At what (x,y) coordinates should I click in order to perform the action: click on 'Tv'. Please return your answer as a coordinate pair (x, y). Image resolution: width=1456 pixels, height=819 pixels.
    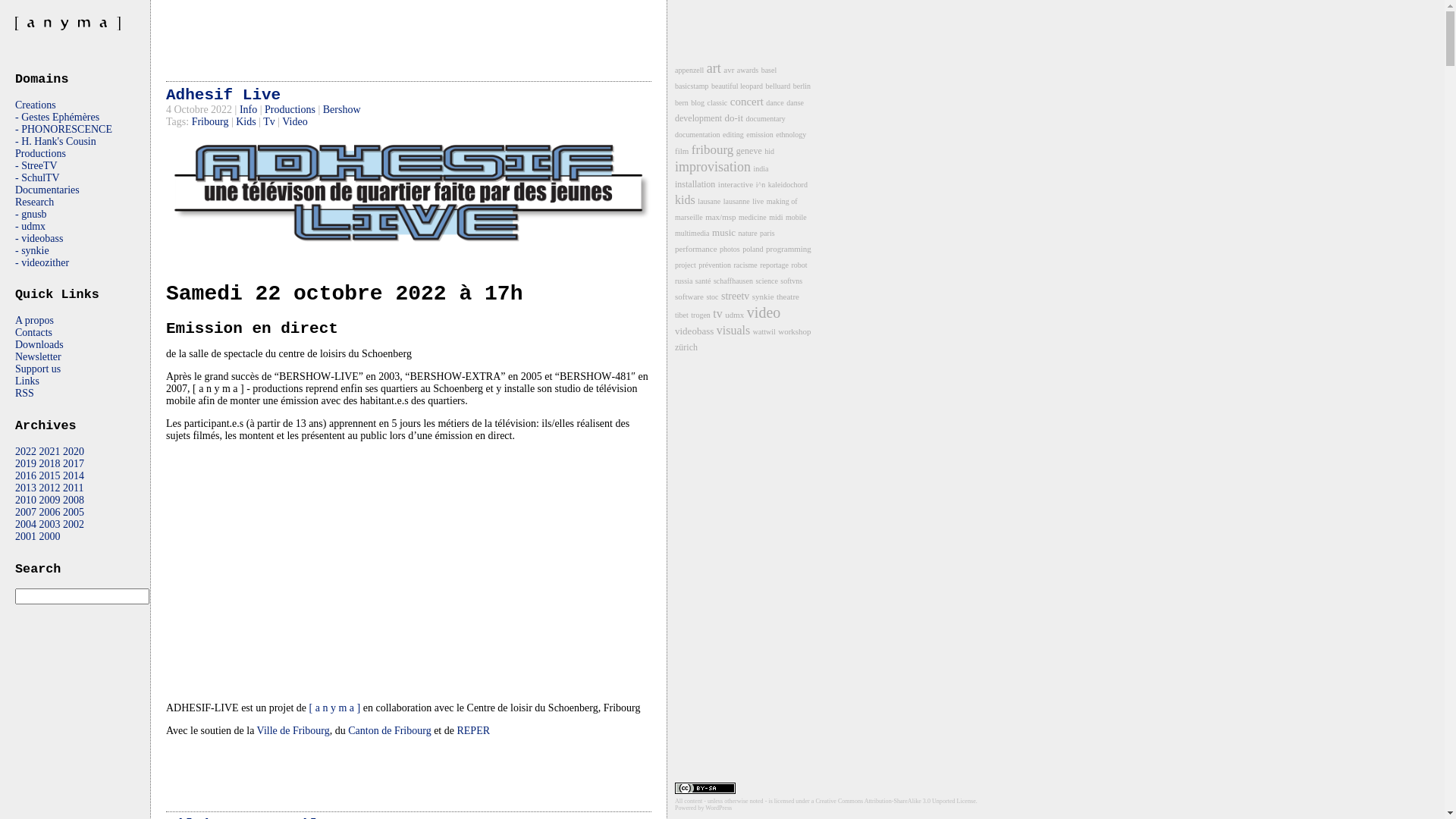
    Looking at the image, I should click on (269, 121).